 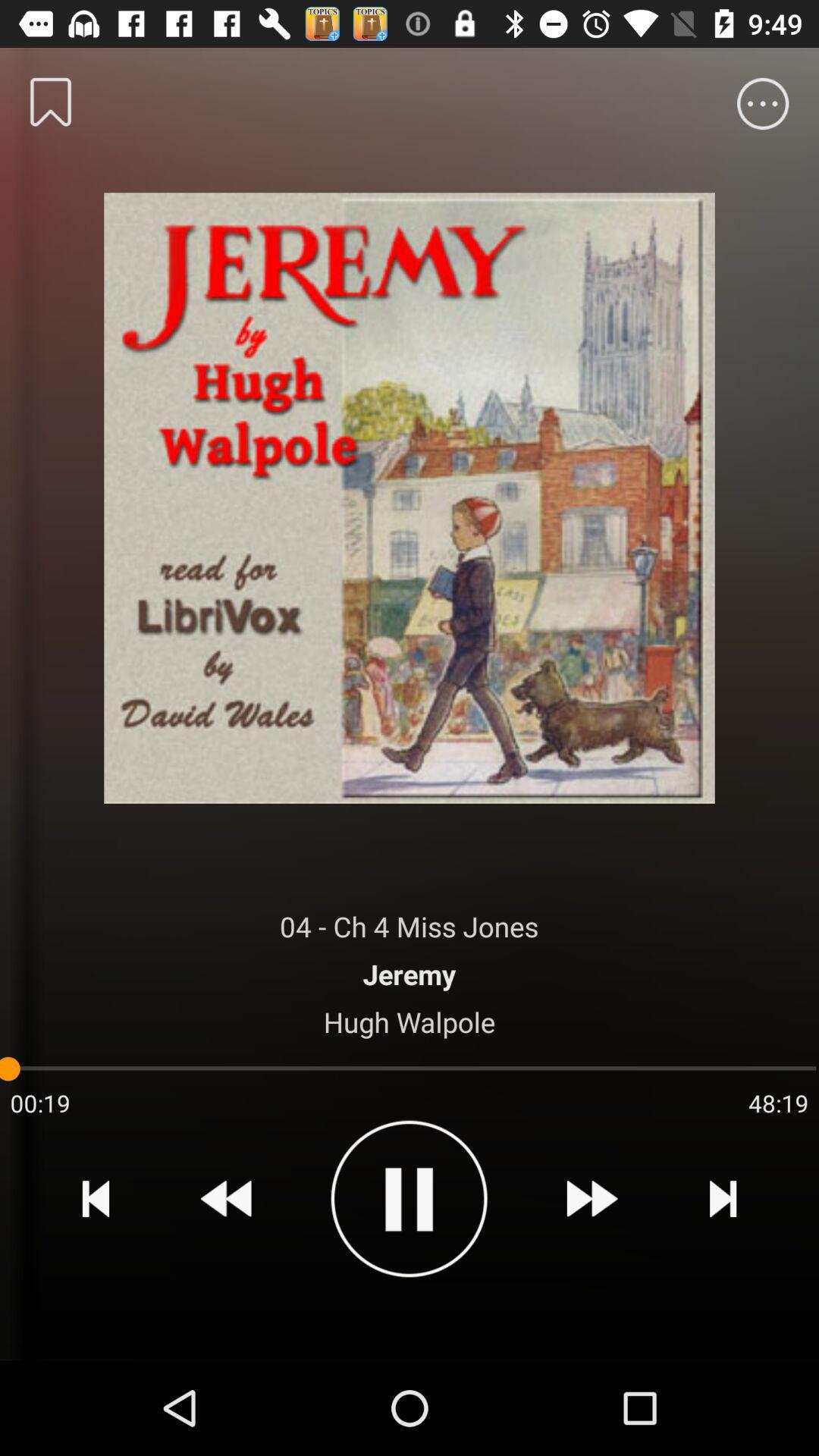 What do you see at coordinates (50, 101) in the screenshot?
I see `the bookmark icon` at bounding box center [50, 101].